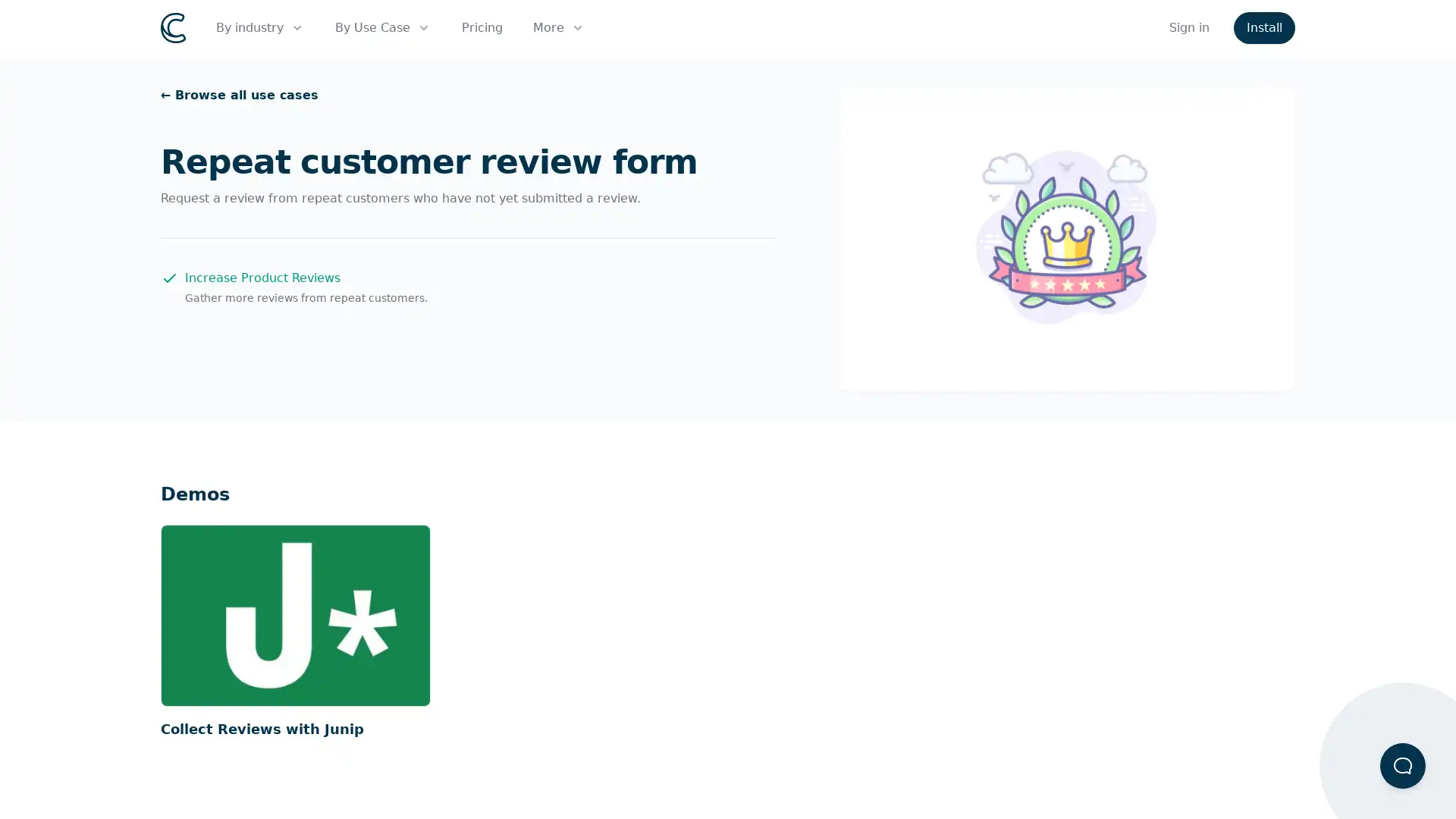 The width and height of the screenshot is (1456, 819). Describe the element at coordinates (558, 28) in the screenshot. I see `More` at that location.